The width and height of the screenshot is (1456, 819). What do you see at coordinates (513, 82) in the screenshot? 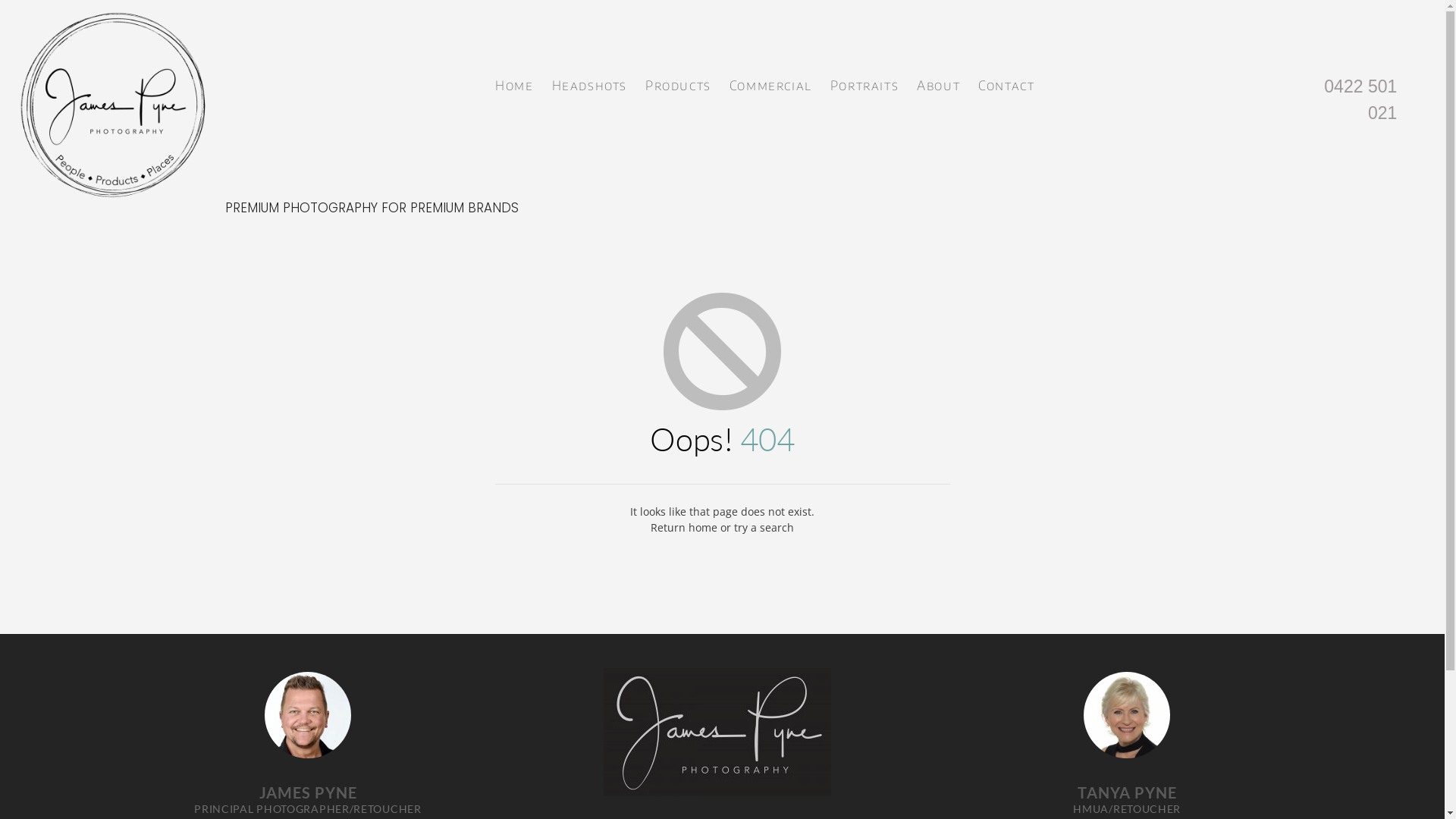
I see `'Home'` at bounding box center [513, 82].